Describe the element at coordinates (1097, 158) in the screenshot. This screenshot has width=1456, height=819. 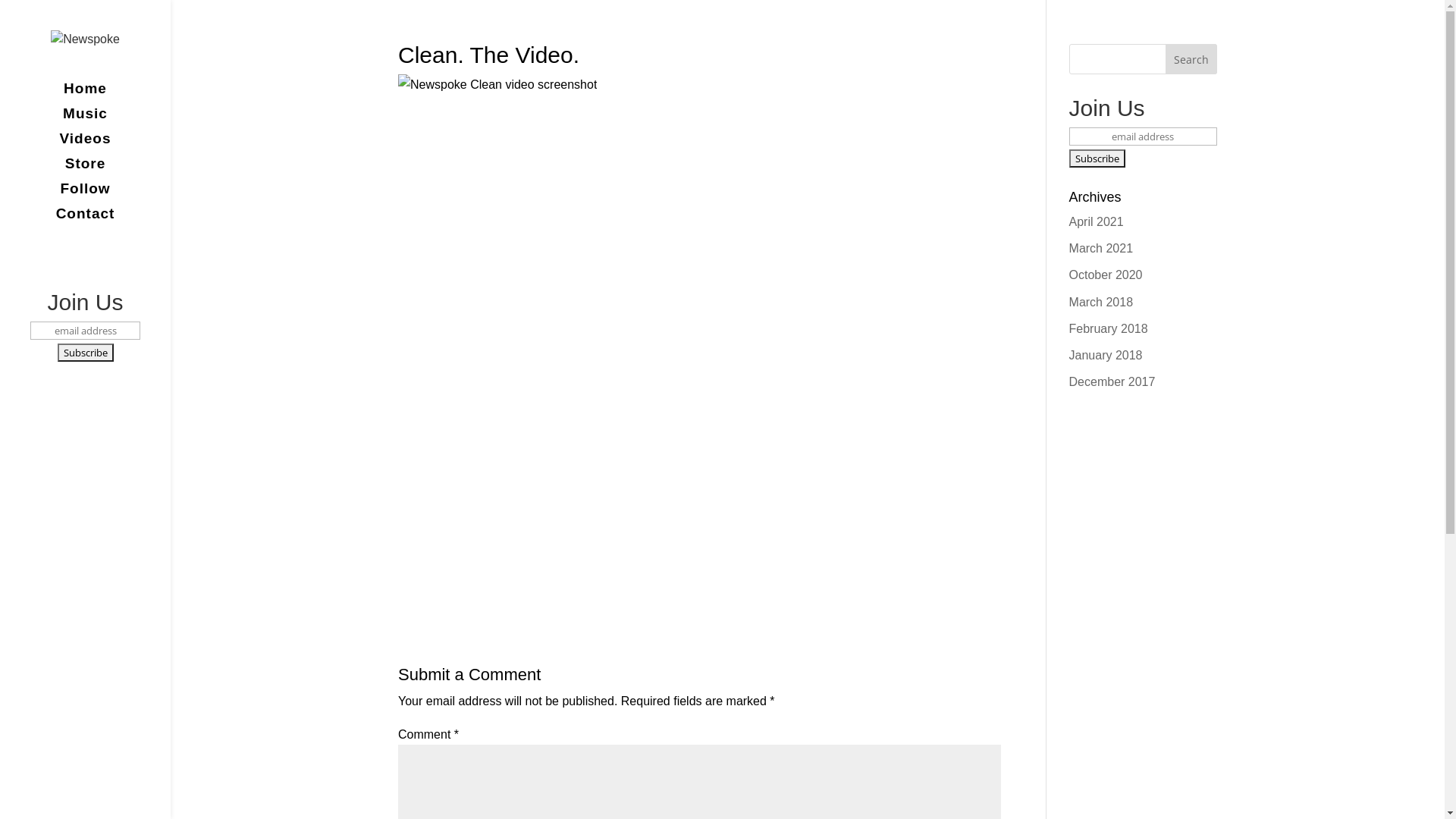
I see `'Subscribe'` at that location.